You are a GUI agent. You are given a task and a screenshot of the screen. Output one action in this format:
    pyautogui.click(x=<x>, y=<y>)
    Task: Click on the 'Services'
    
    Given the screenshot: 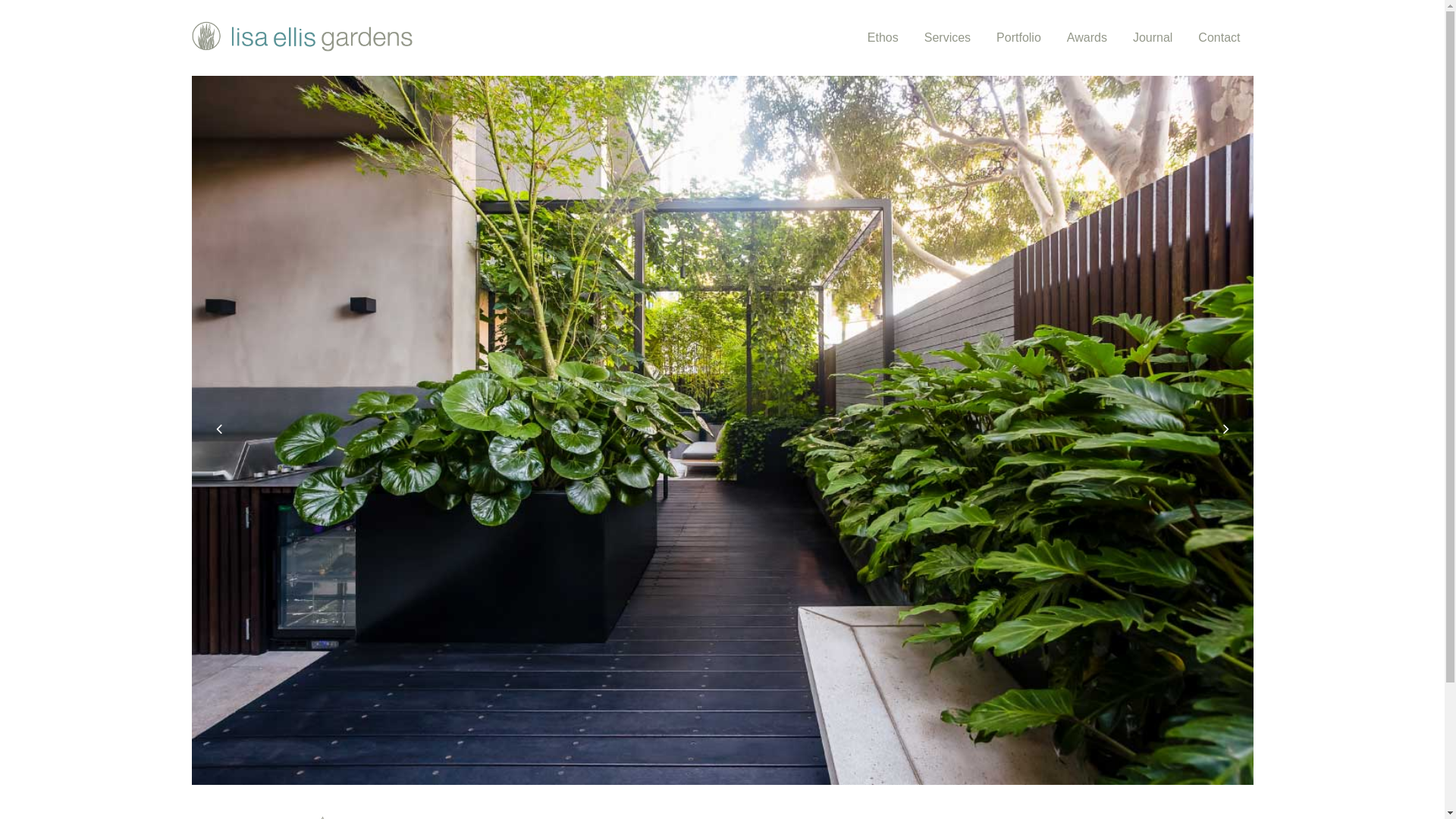 What is the action you would take?
    pyautogui.click(x=946, y=37)
    